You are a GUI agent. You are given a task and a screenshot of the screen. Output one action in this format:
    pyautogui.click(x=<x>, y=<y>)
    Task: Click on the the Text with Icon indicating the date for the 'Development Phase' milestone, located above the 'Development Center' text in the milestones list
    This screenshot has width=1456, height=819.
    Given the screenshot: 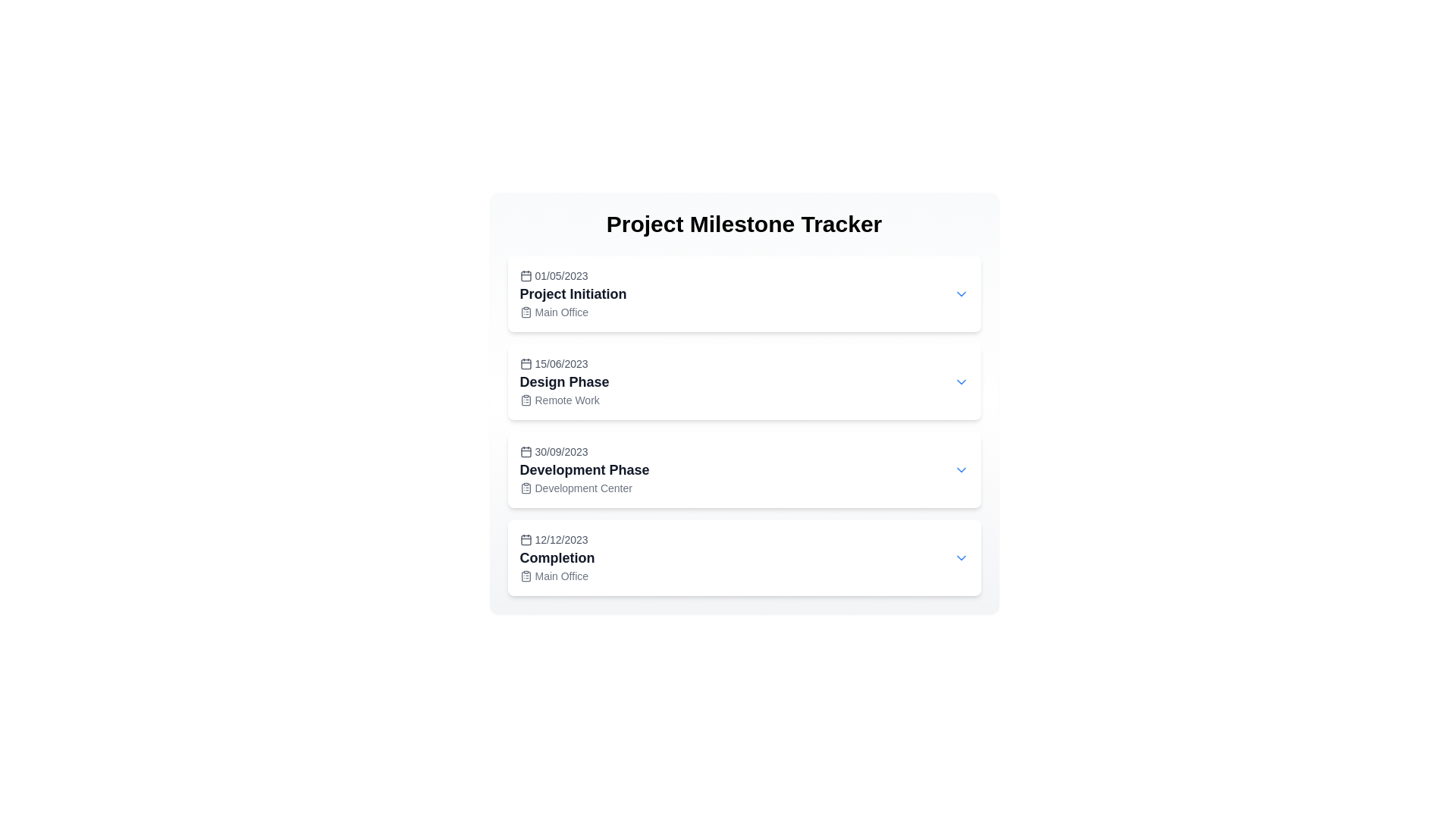 What is the action you would take?
    pyautogui.click(x=584, y=451)
    